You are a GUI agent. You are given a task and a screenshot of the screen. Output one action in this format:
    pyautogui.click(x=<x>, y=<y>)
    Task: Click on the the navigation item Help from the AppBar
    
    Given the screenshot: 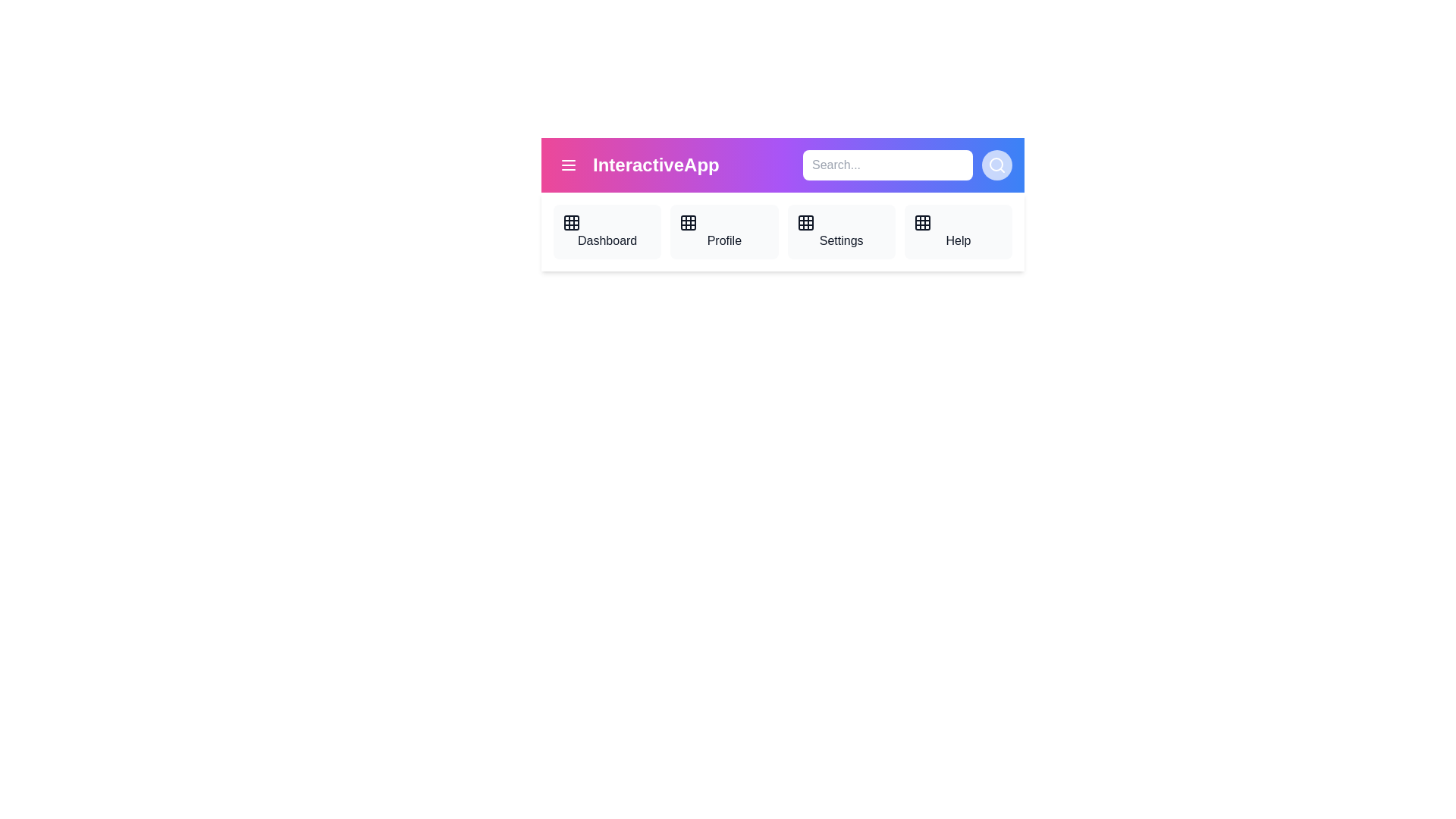 What is the action you would take?
    pyautogui.click(x=956, y=231)
    